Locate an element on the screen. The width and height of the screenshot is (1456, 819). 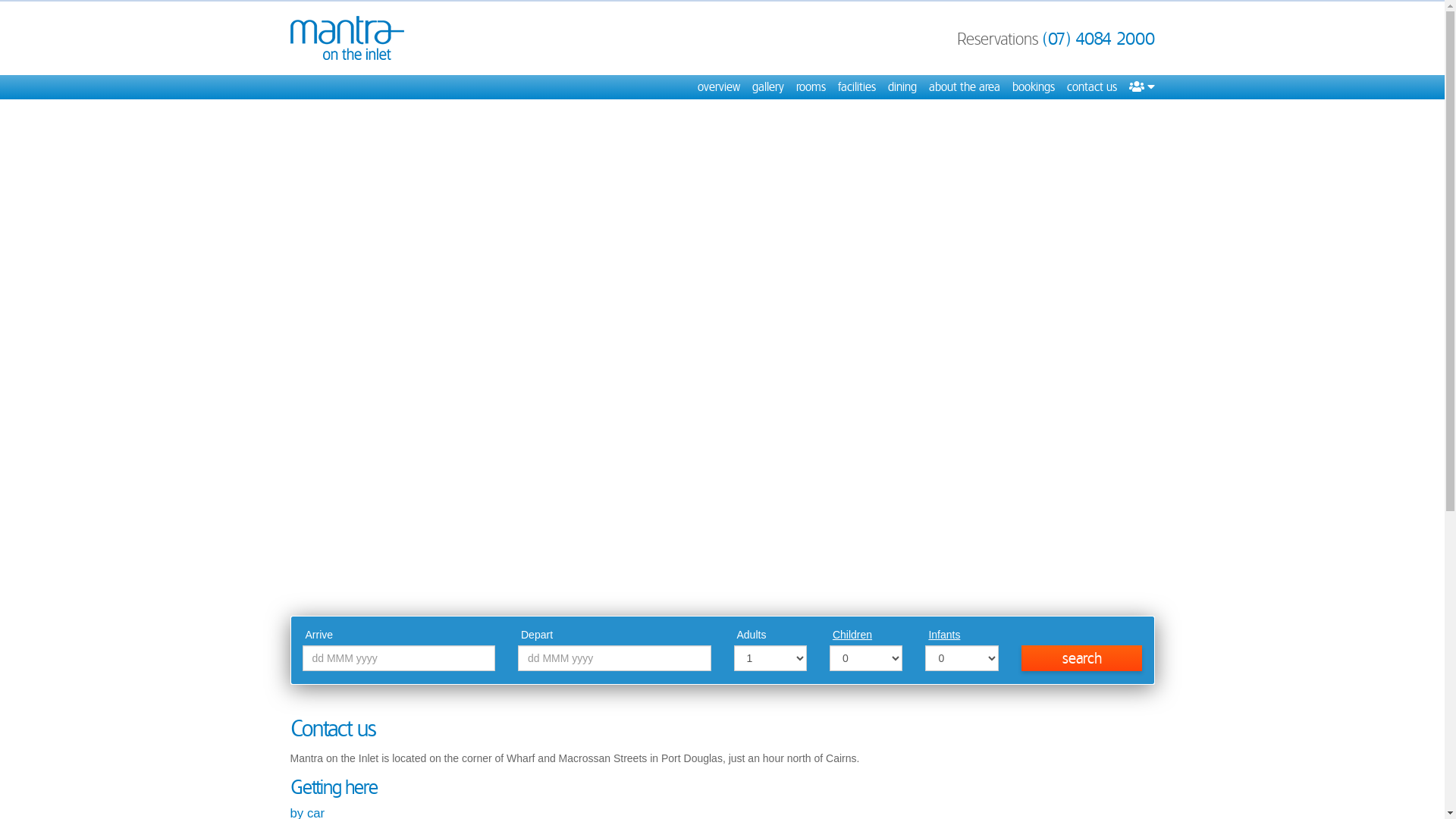
'(07) 4084 2000' is located at coordinates (1098, 37).